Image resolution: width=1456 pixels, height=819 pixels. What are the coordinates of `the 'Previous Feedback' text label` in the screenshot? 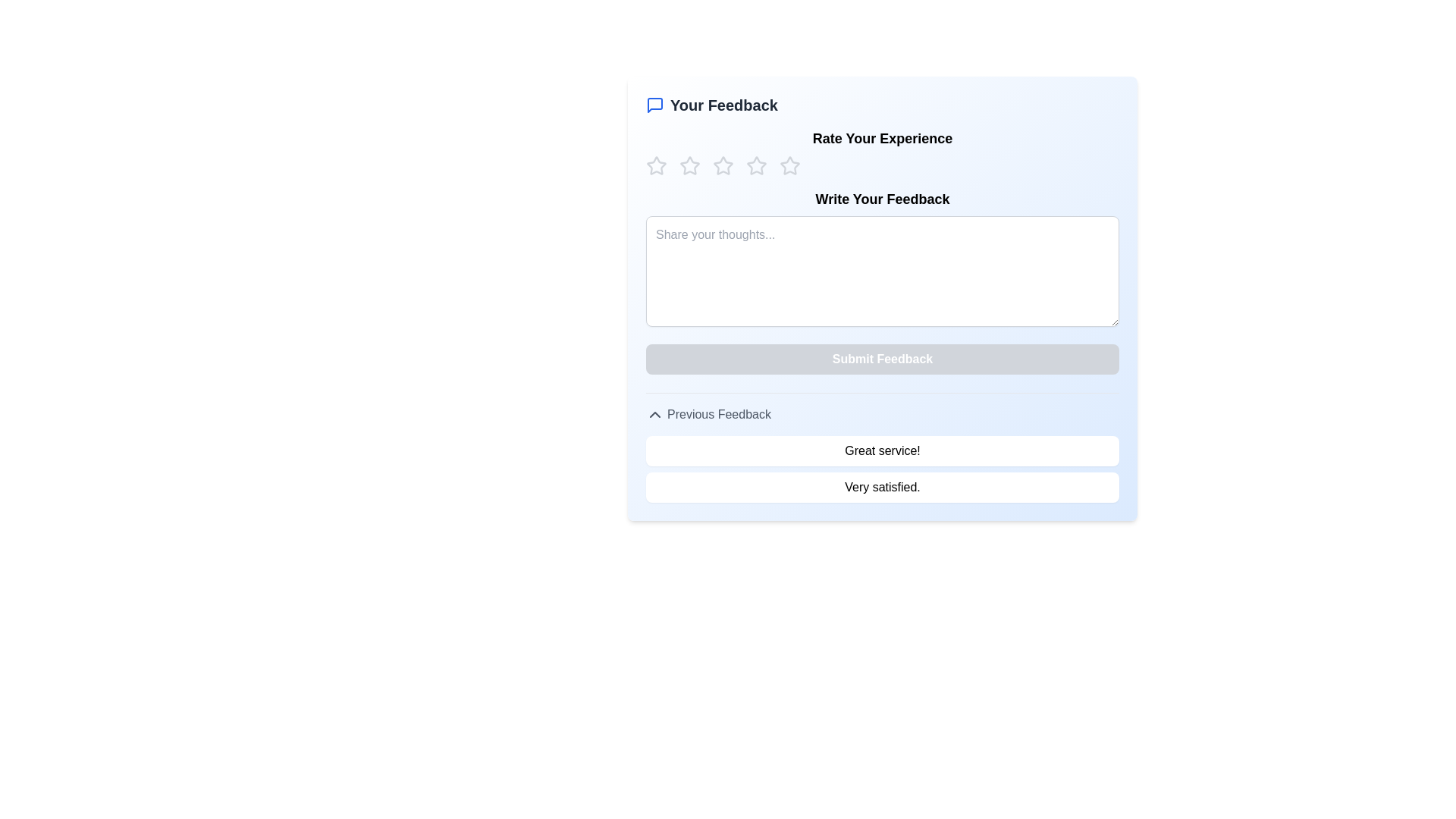 It's located at (718, 415).